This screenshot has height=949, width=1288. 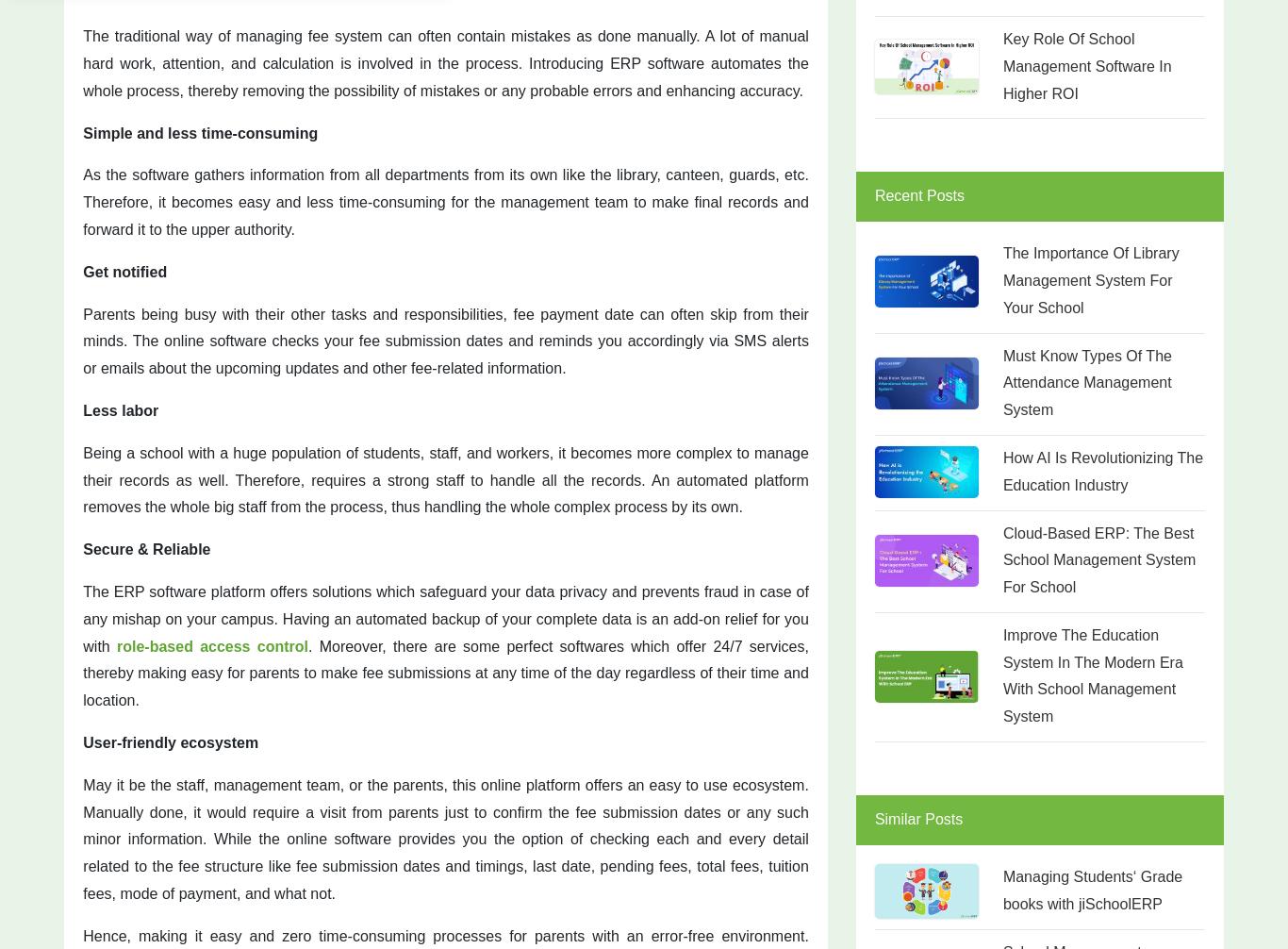 What do you see at coordinates (1092, 889) in the screenshot?
I see `'Managing Students‘ Grade books with jiSchoolERP'` at bounding box center [1092, 889].